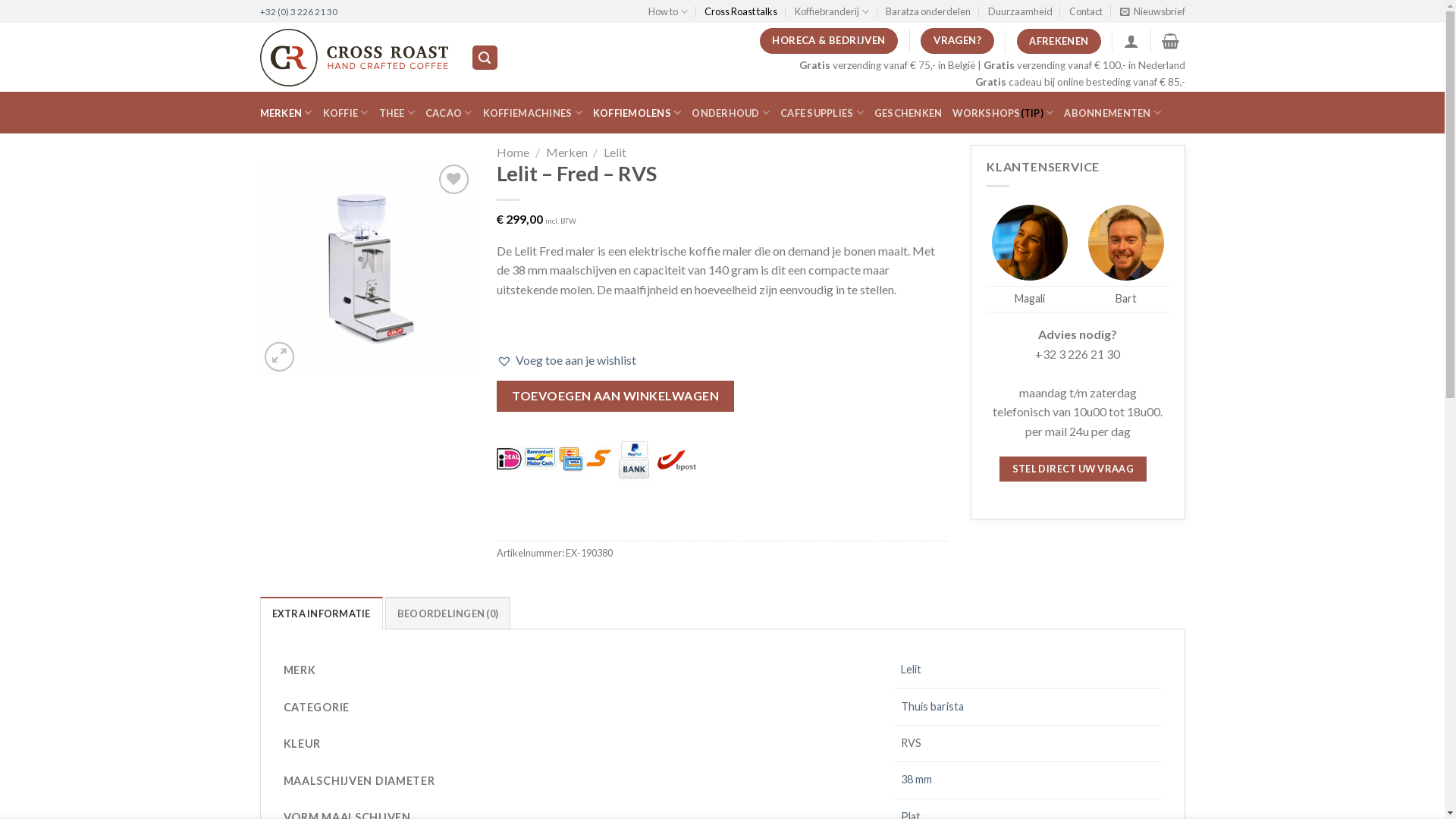 This screenshot has width=1456, height=819. What do you see at coordinates (1068, 11) in the screenshot?
I see `'Contact'` at bounding box center [1068, 11].